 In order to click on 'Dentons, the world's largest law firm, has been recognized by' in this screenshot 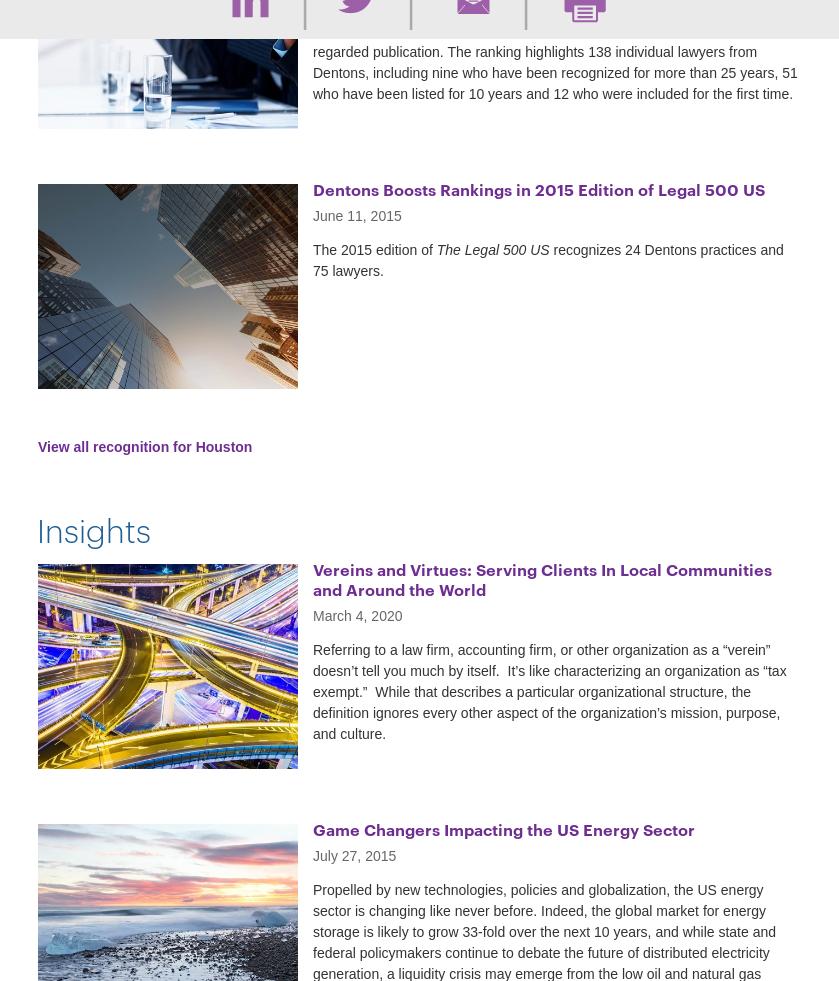, I will do `click(501, 8)`.